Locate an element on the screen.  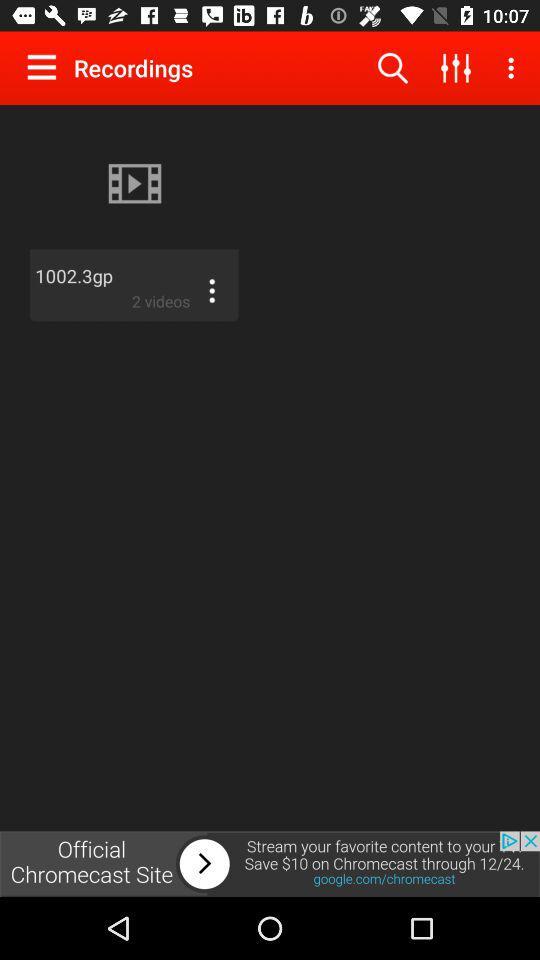
open options is located at coordinates (210, 289).